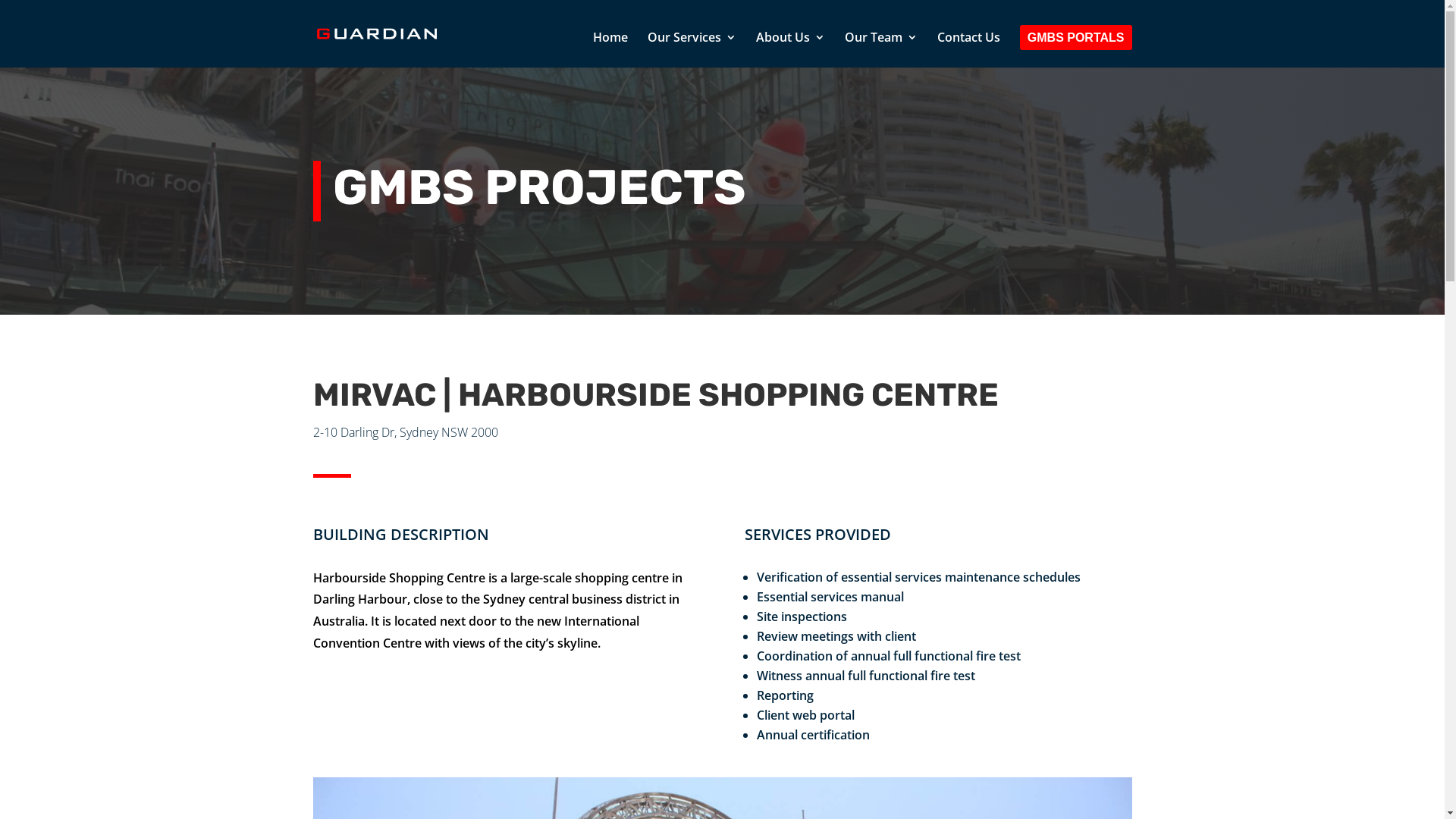  What do you see at coordinates (880, 49) in the screenshot?
I see `'Our Team'` at bounding box center [880, 49].